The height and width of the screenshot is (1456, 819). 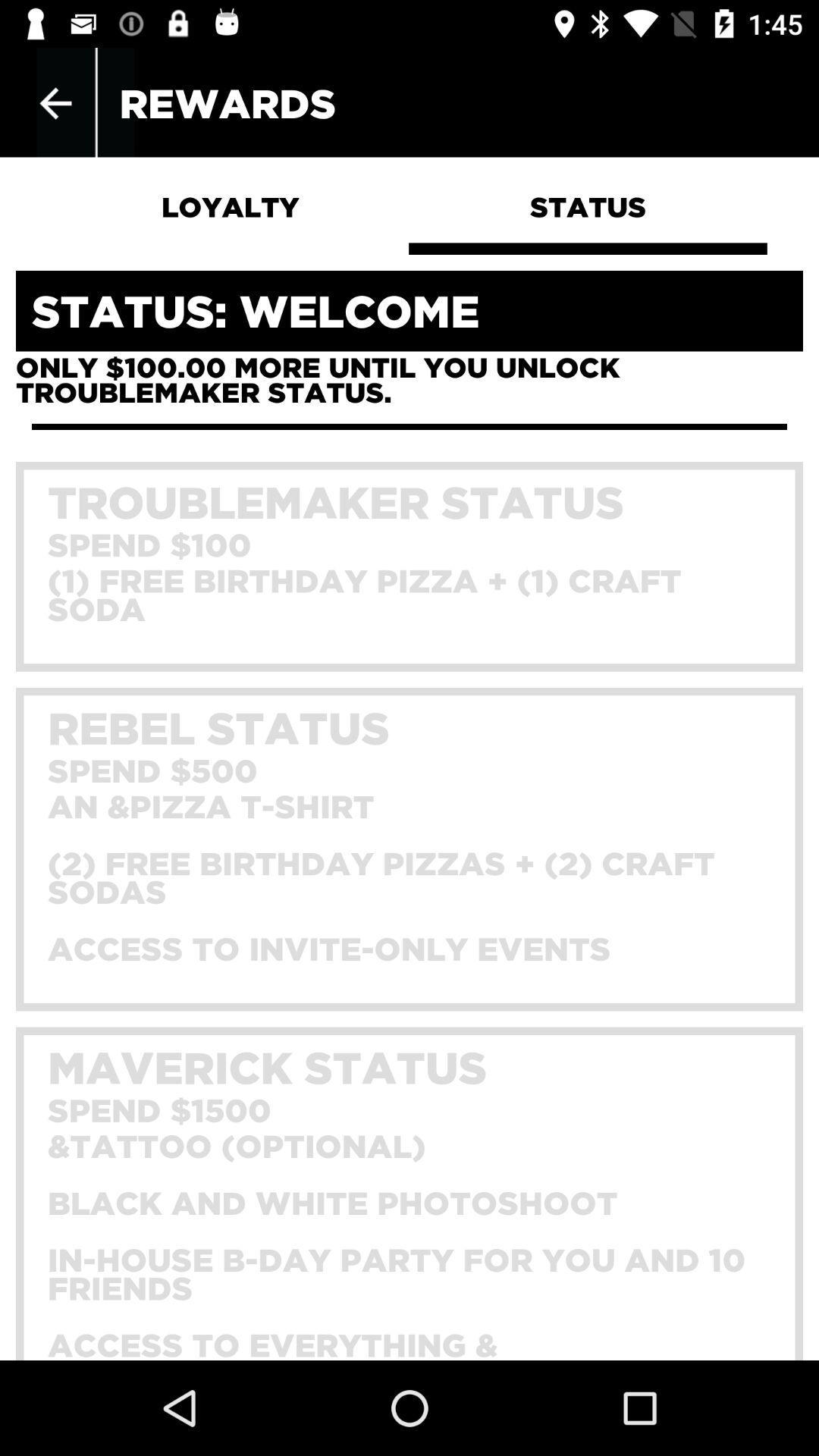 I want to click on icon above status: welcome item, so click(x=55, y=102).